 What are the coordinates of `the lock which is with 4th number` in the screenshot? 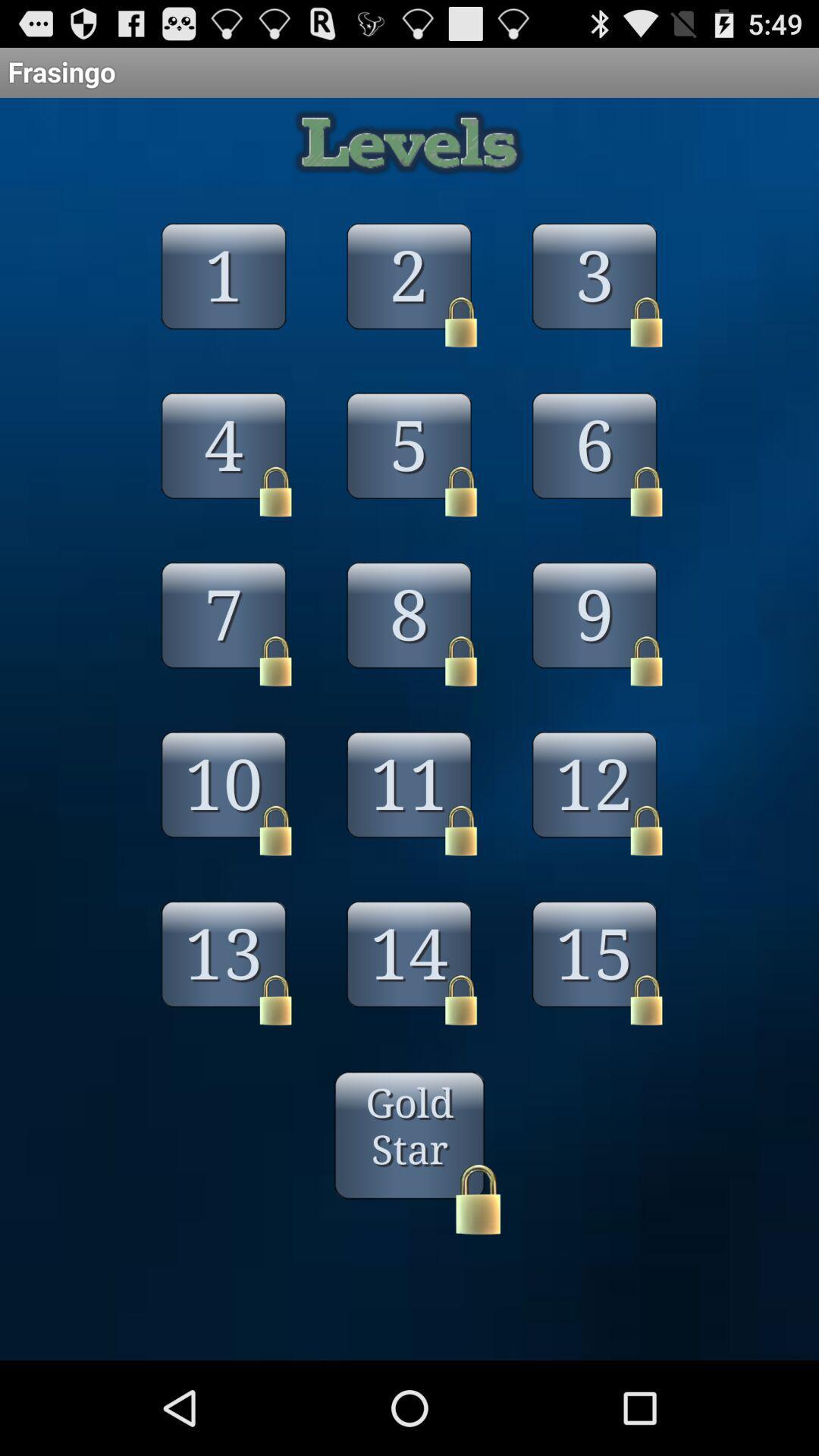 It's located at (275, 491).